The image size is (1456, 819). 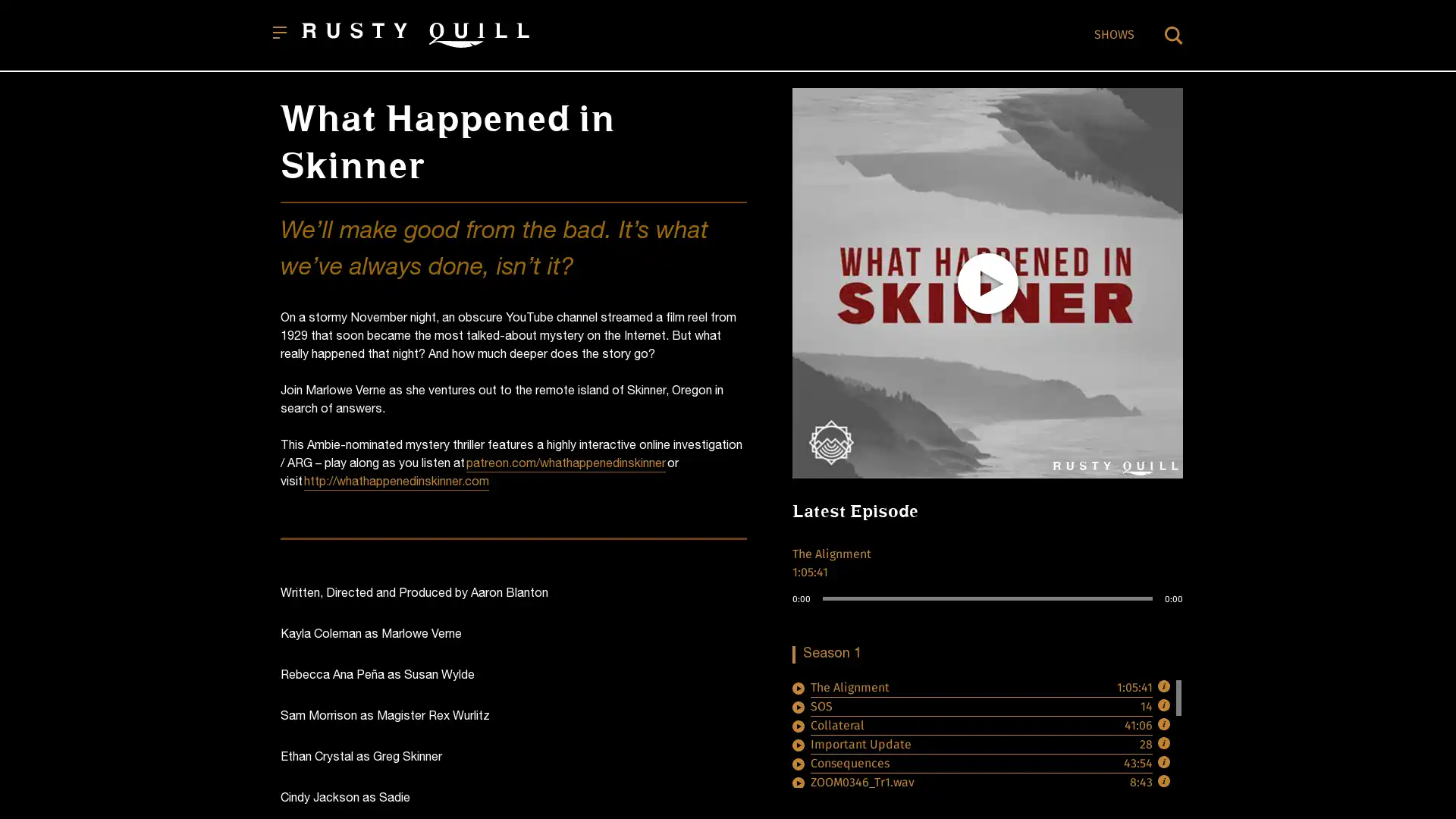 What do you see at coordinates (280, 32) in the screenshot?
I see `Open menu` at bounding box center [280, 32].